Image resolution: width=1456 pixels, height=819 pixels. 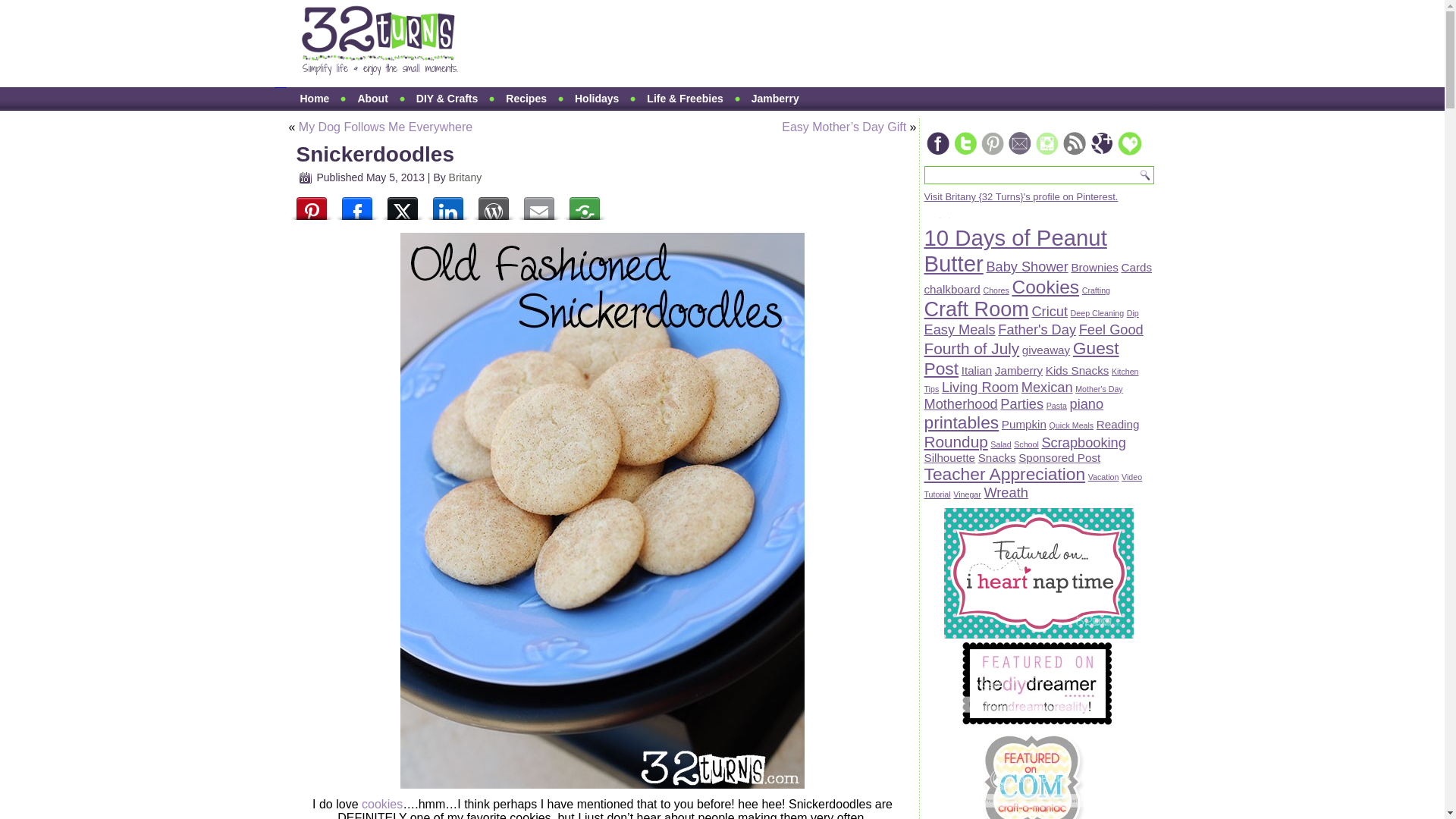 I want to click on 'Salad', so click(x=1000, y=444).